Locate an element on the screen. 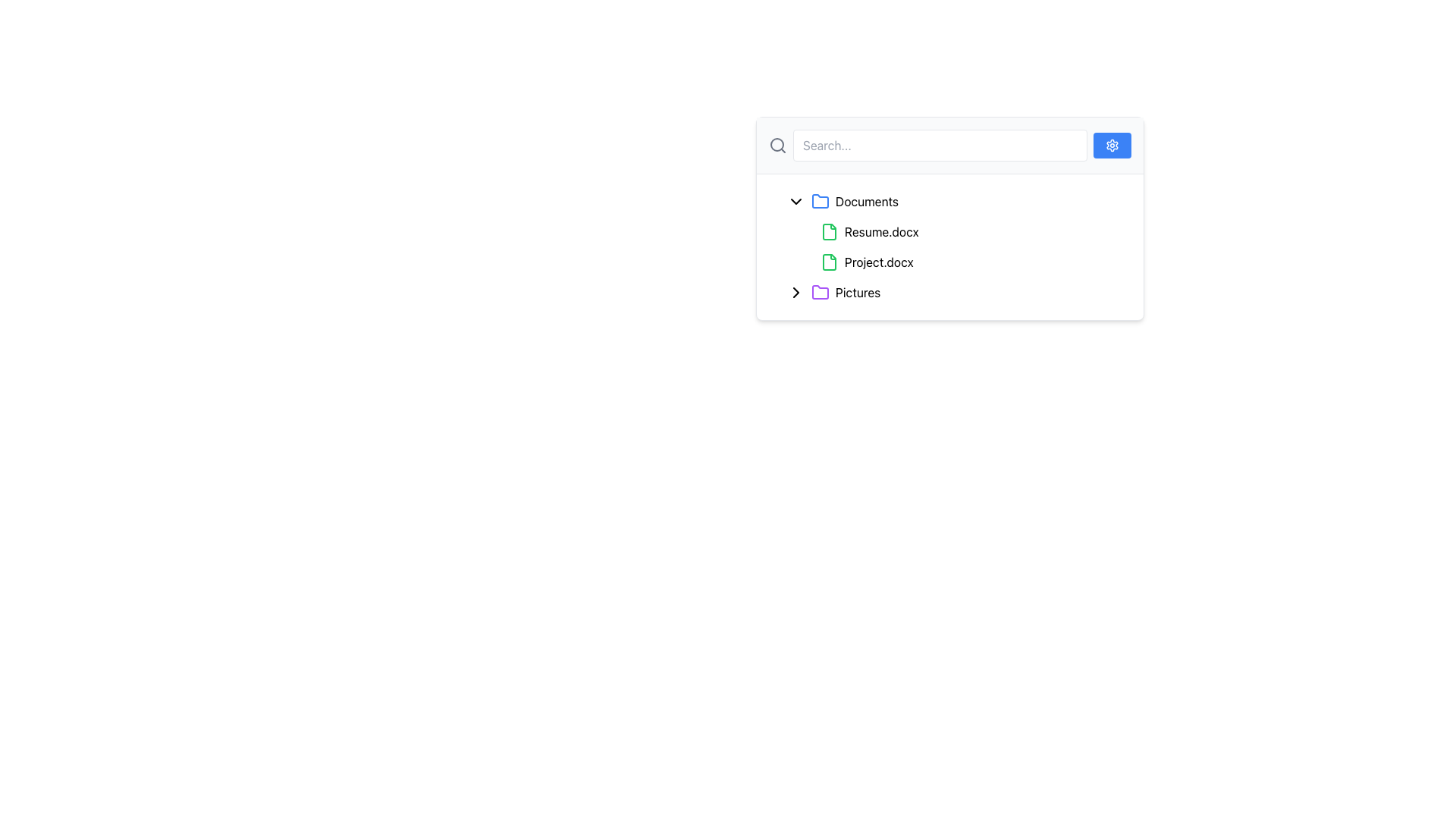  the gear/settings SVG icon located in the upper-right section of the search bar interface is located at coordinates (1112, 146).